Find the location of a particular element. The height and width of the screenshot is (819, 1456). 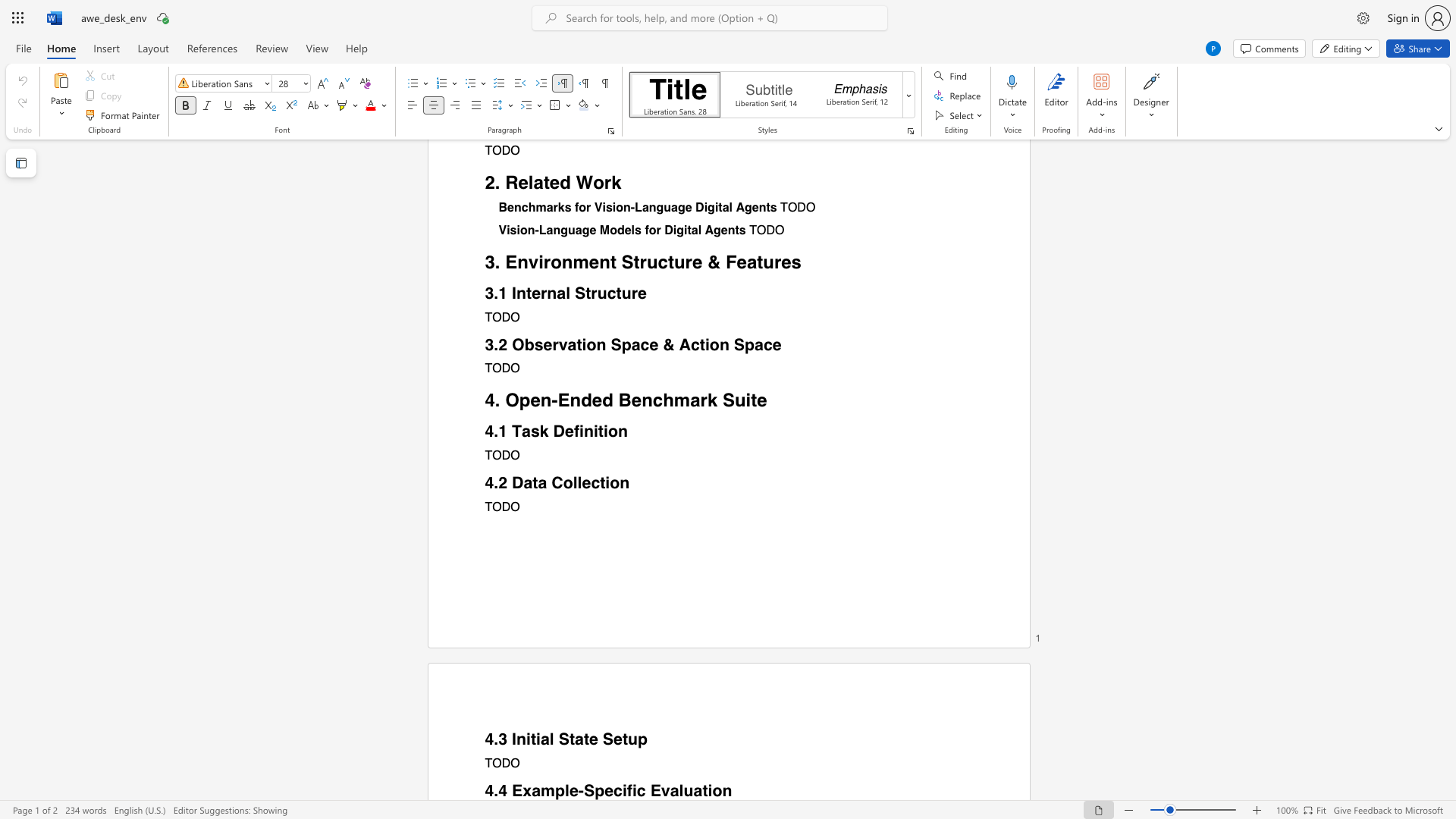

the subset text "Specific Eval" within the text "4.4 Example-Specific Evaluation" is located at coordinates (582, 790).